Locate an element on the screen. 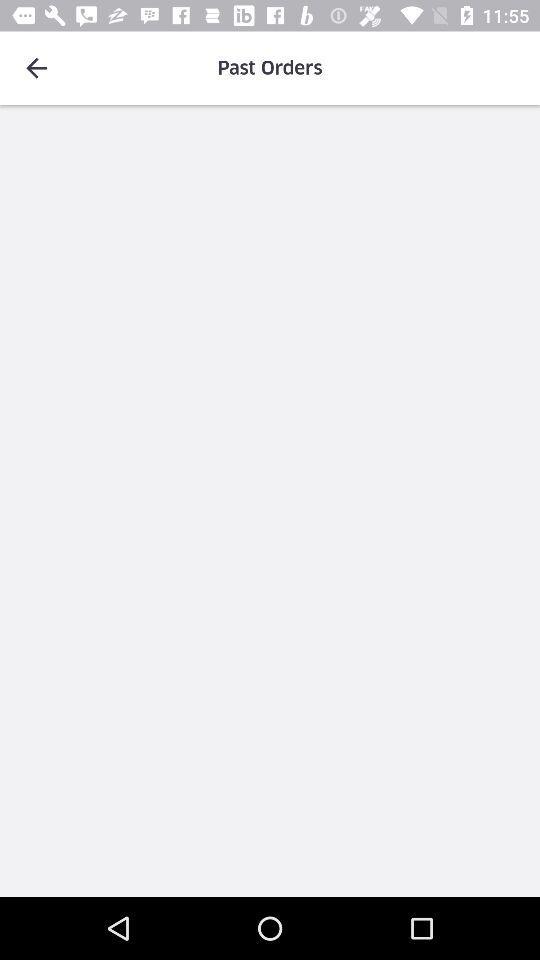 This screenshot has width=540, height=960. item to the left of the past orders is located at coordinates (36, 68).